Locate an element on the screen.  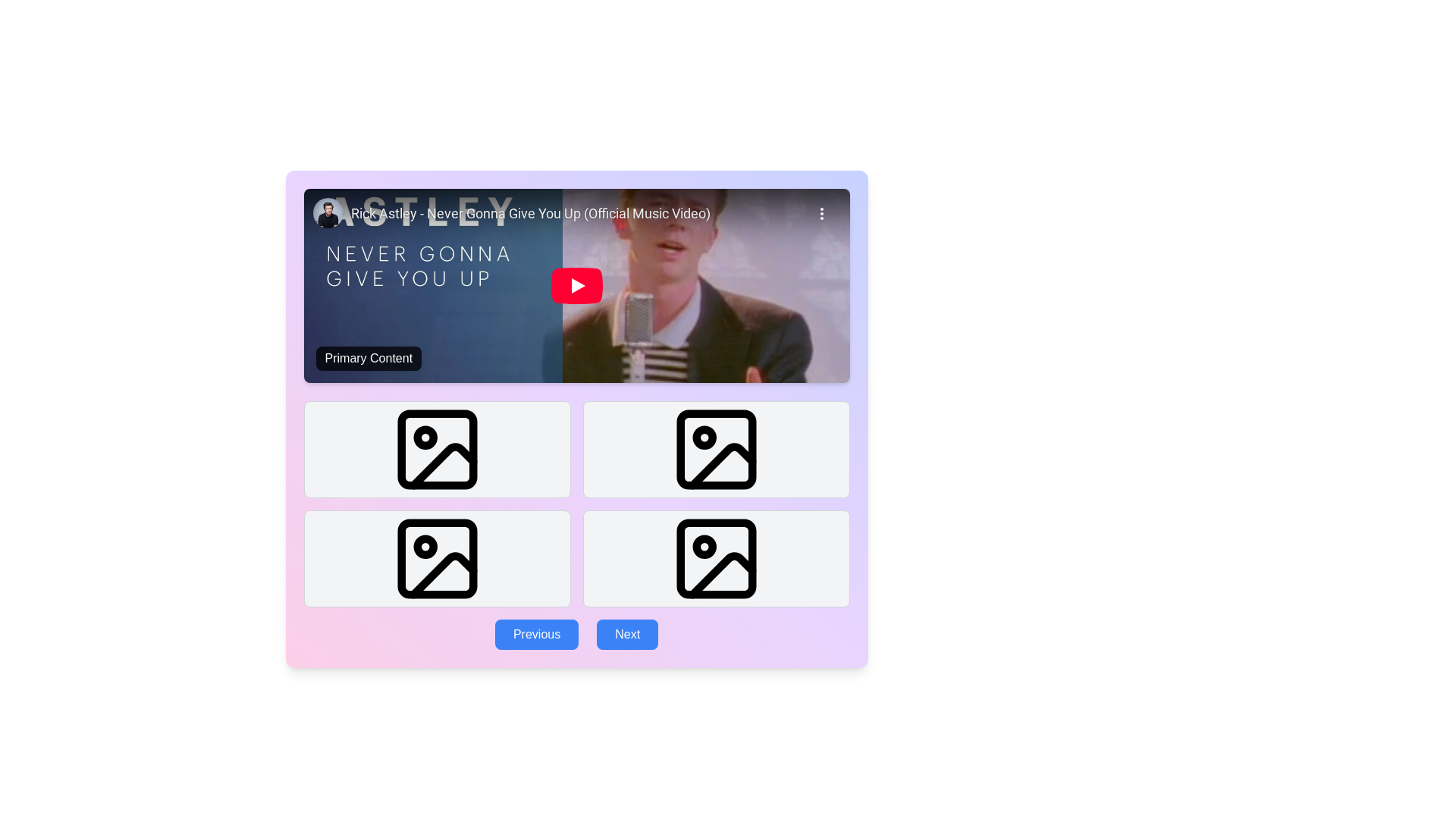
the decorative graphical component representing a diagonal line in the bottom-right corner of the image icon, which is part of a grid of four icons below the video content is located at coordinates (721, 575).